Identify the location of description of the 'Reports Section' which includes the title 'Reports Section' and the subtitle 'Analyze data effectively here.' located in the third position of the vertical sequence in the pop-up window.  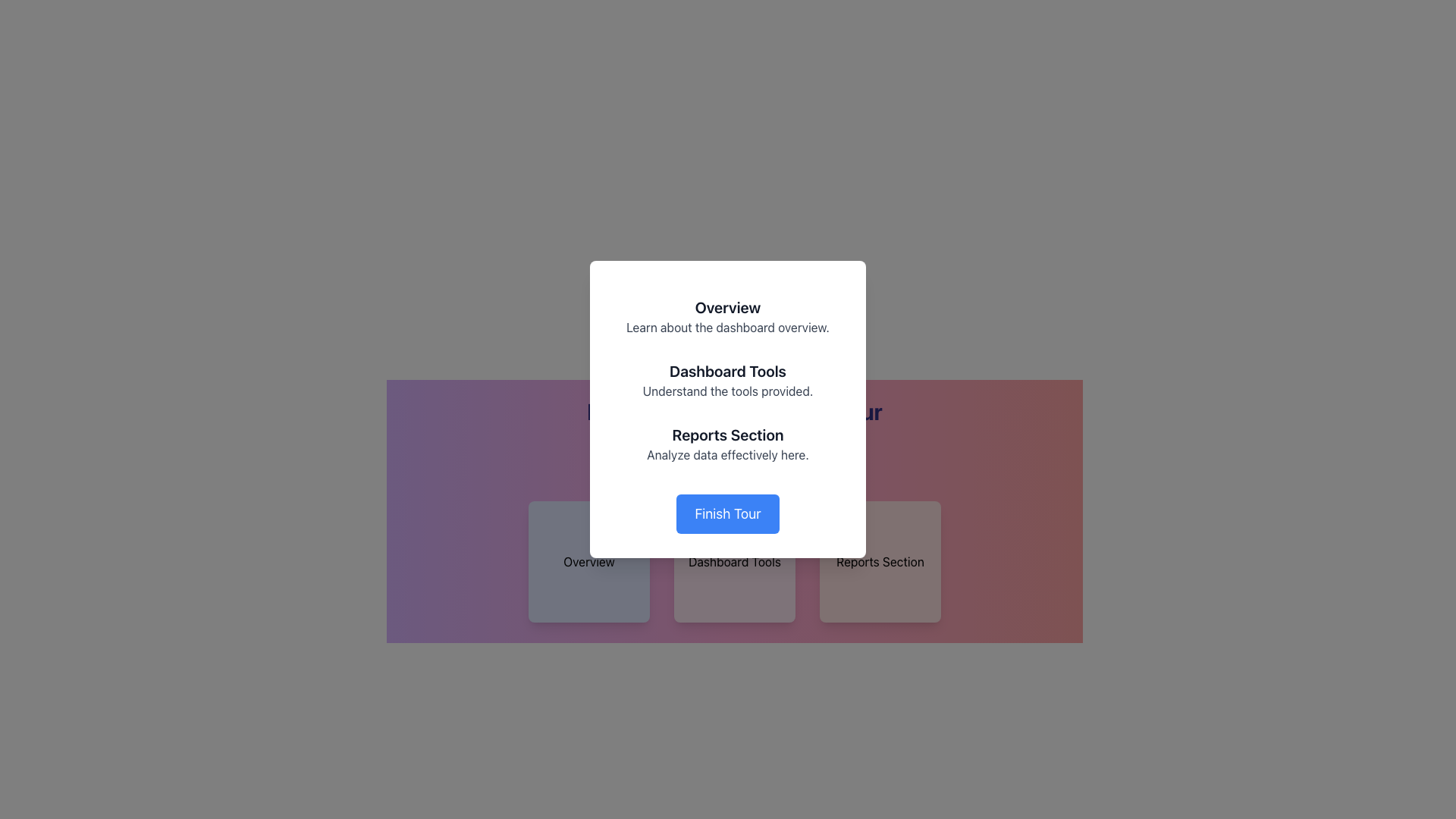
(728, 444).